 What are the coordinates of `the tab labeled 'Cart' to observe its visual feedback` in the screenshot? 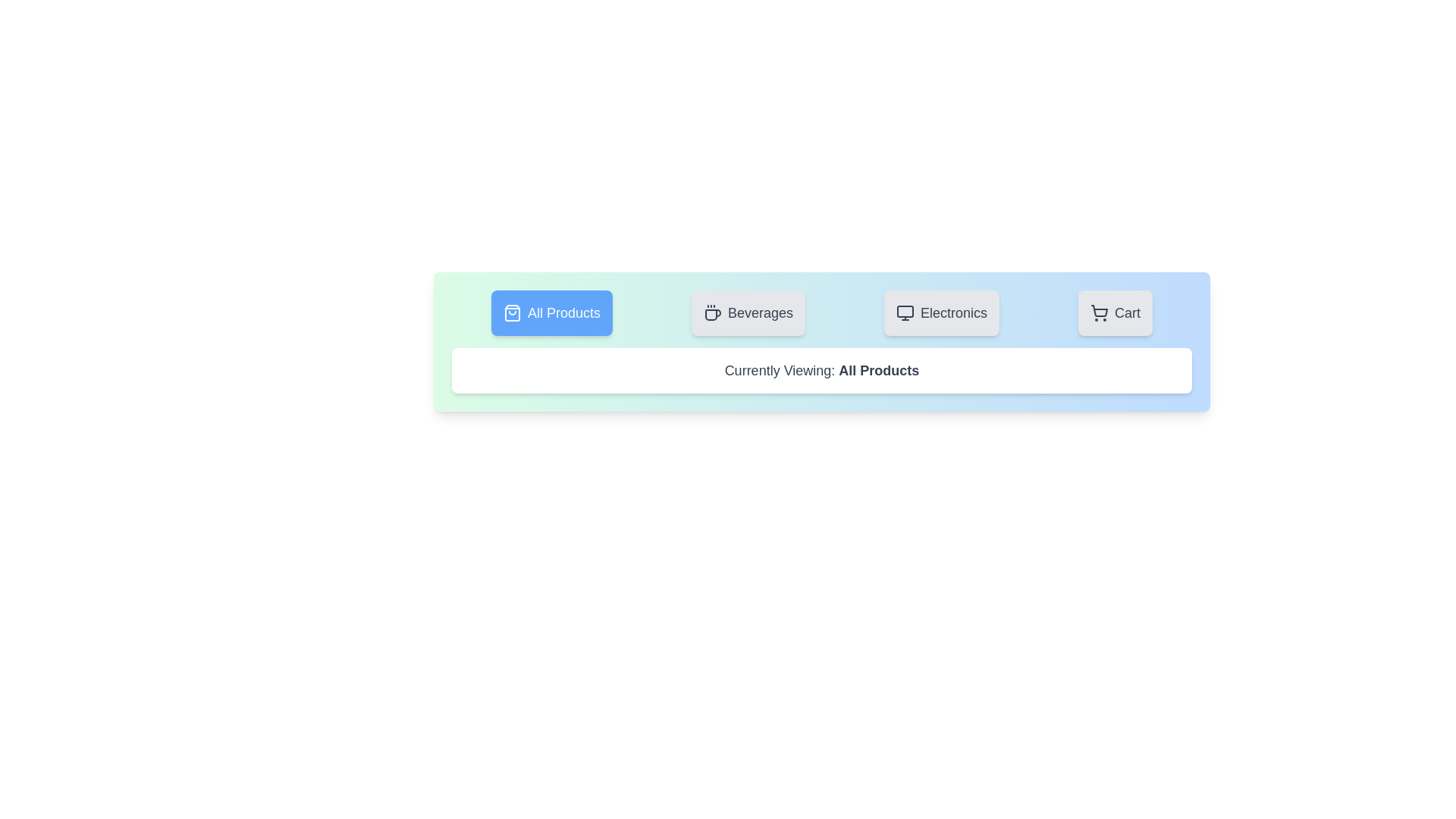 It's located at (1115, 312).